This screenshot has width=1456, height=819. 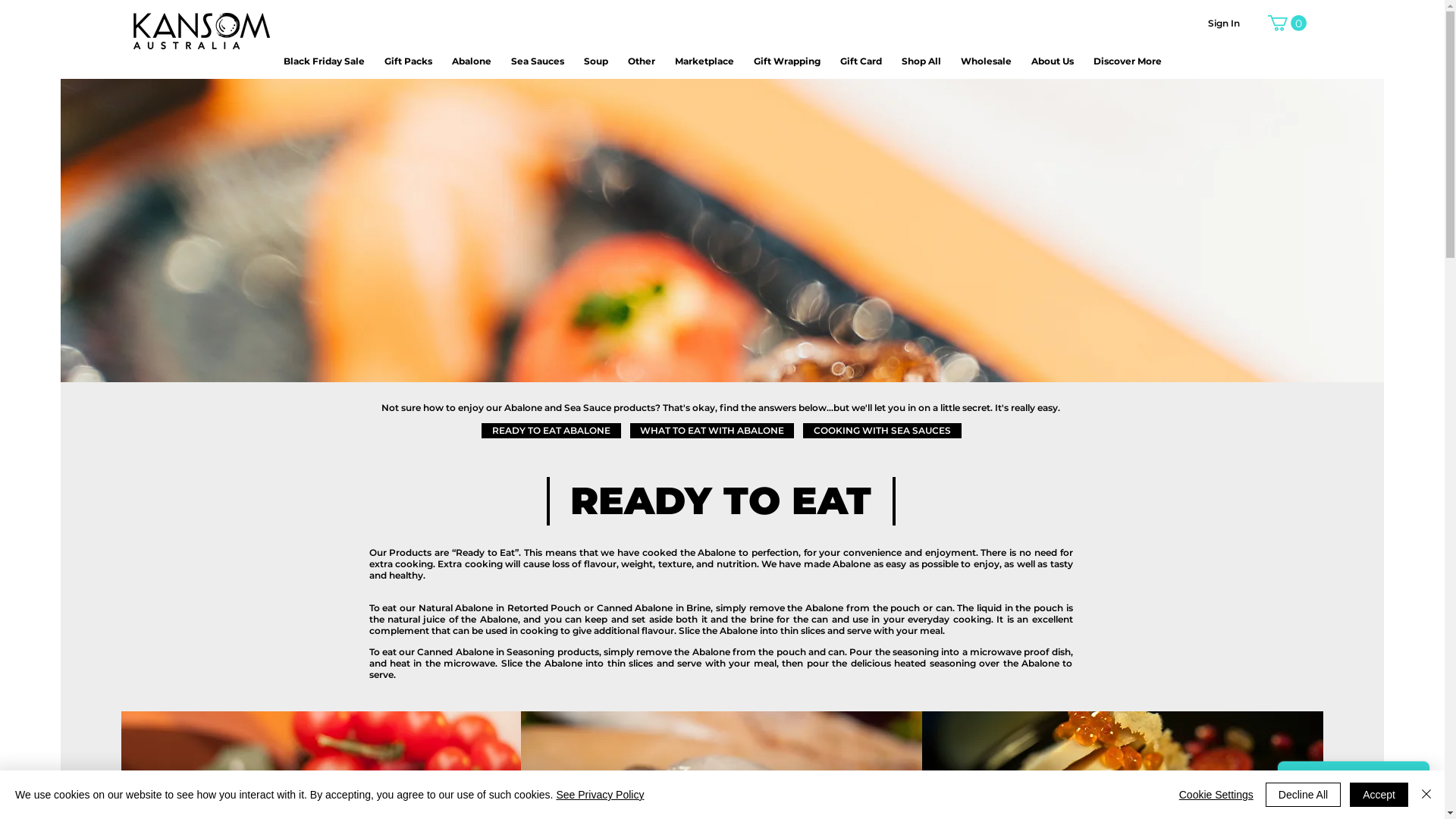 What do you see at coordinates (673, 60) in the screenshot?
I see `'Marketplace'` at bounding box center [673, 60].